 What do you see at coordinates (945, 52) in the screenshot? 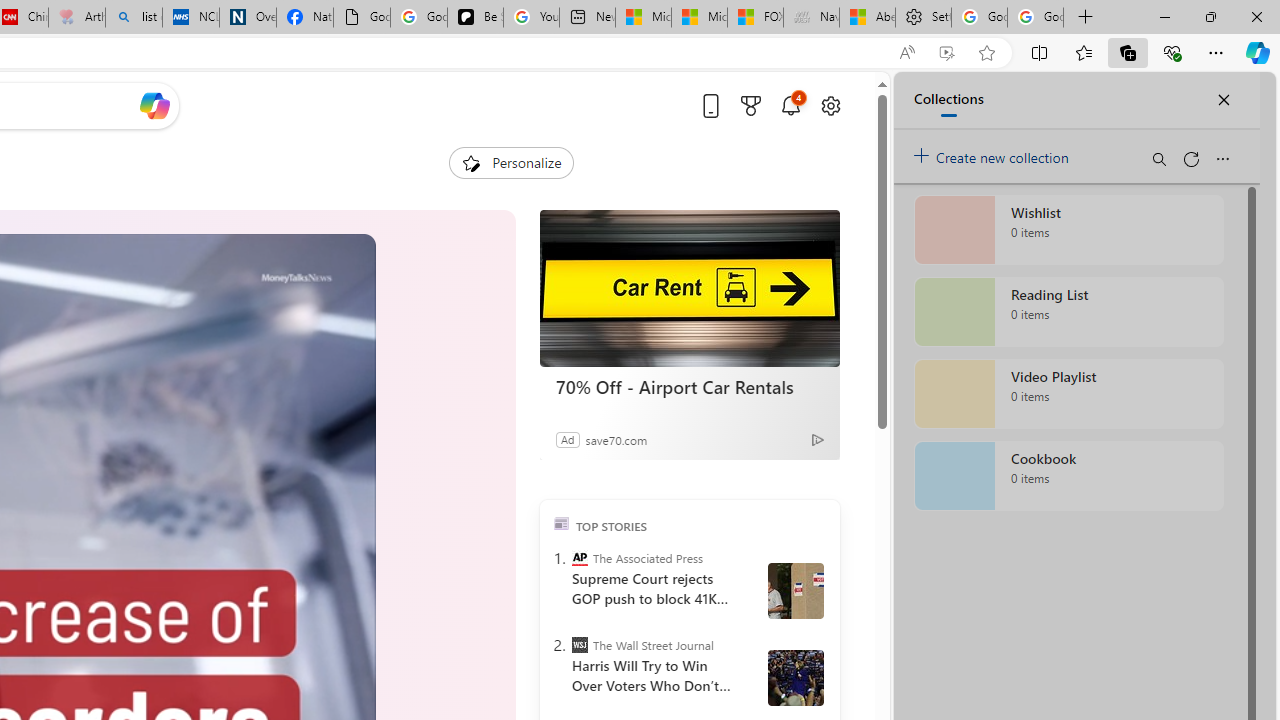
I see `'Enhance video'` at bounding box center [945, 52].